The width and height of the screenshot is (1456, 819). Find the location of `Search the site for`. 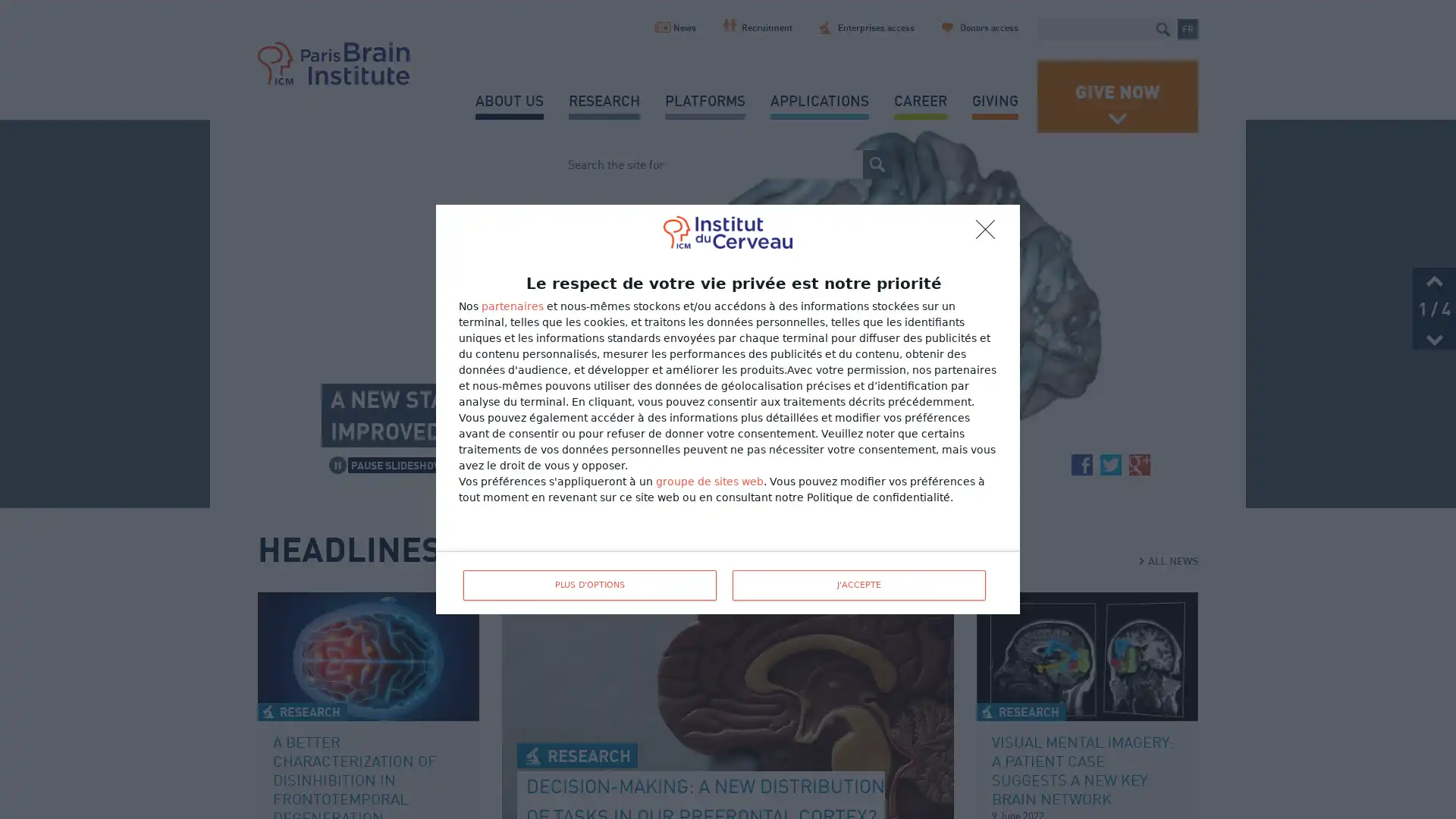

Search the site for is located at coordinates (877, 164).